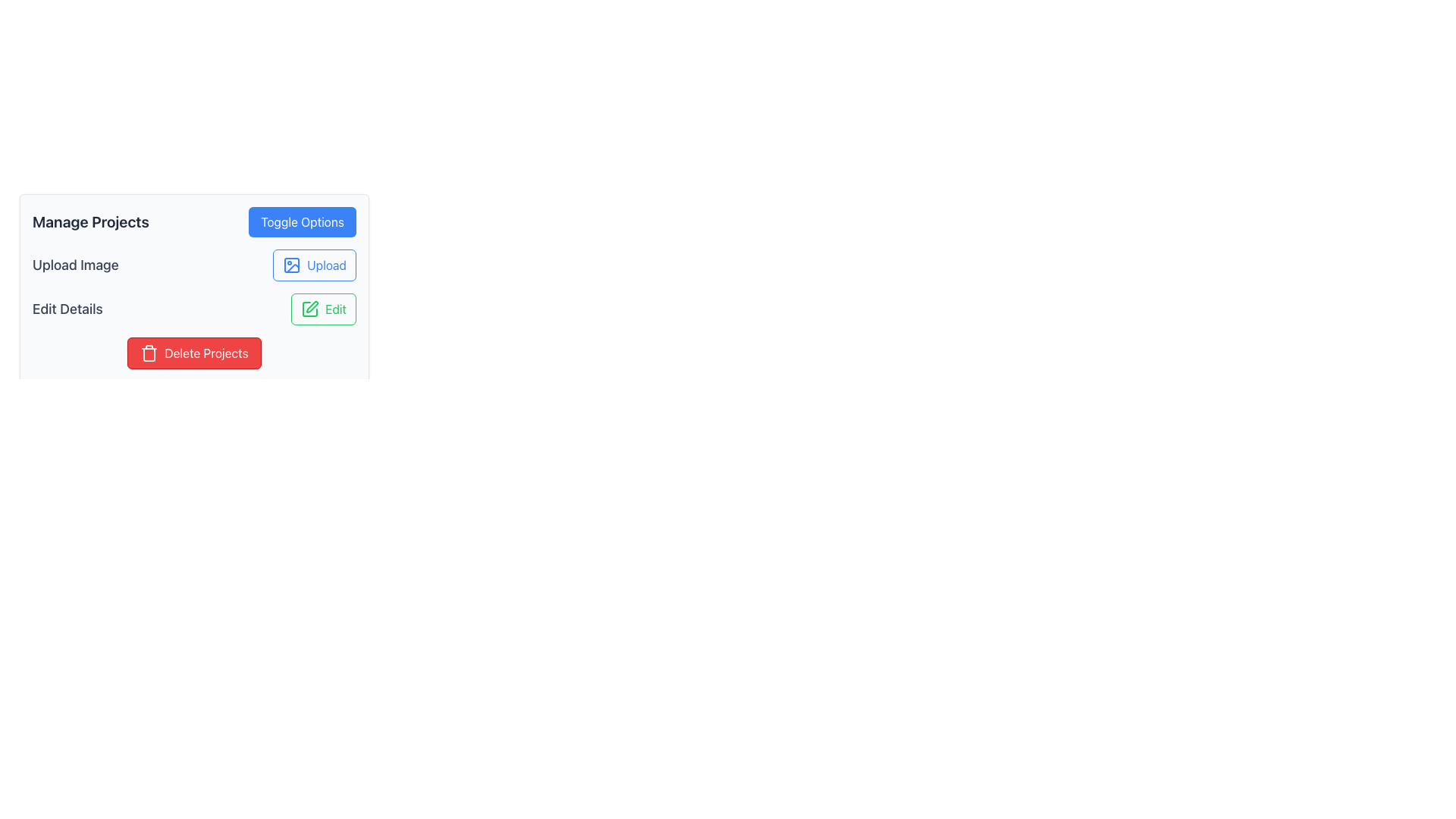 The image size is (1456, 819). What do you see at coordinates (292, 265) in the screenshot?
I see `the blue image icon with a rectangular frame and circular detail located to the left of the 'Upload' button` at bounding box center [292, 265].